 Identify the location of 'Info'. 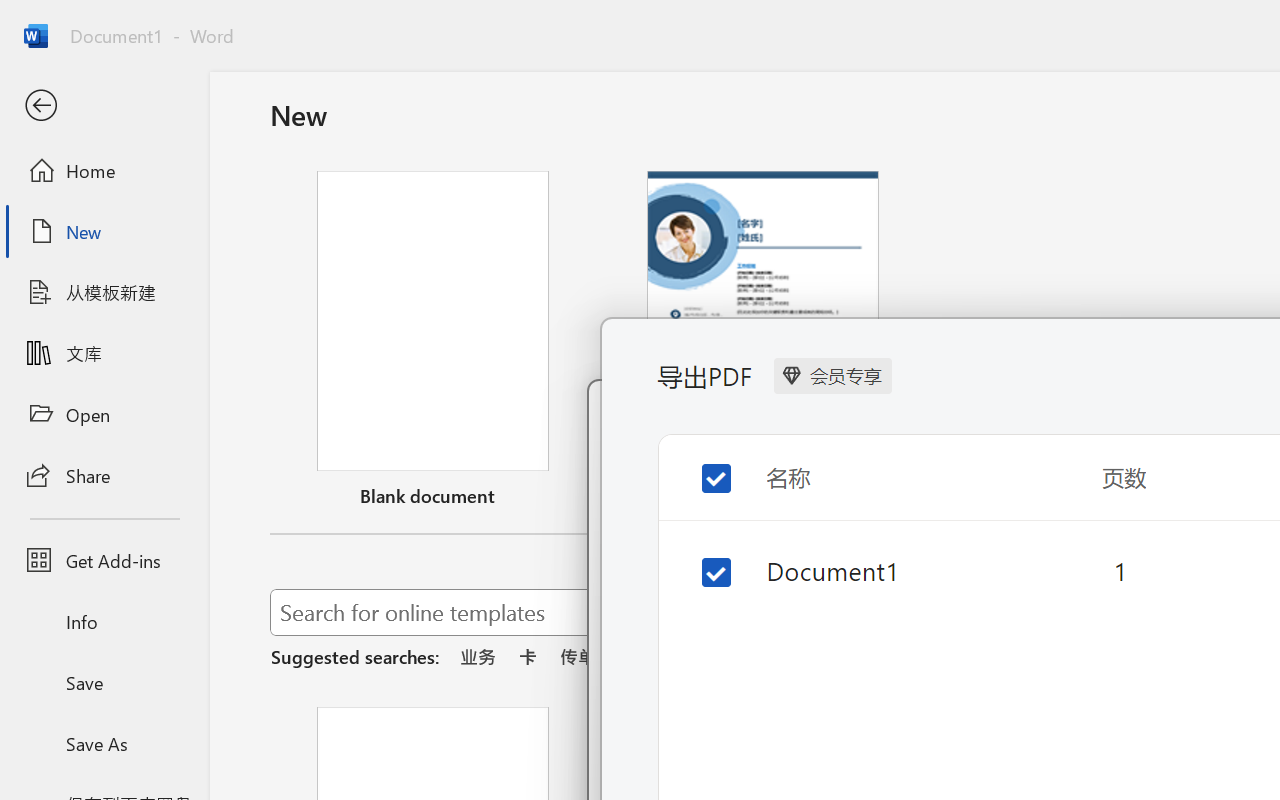
(103, 621).